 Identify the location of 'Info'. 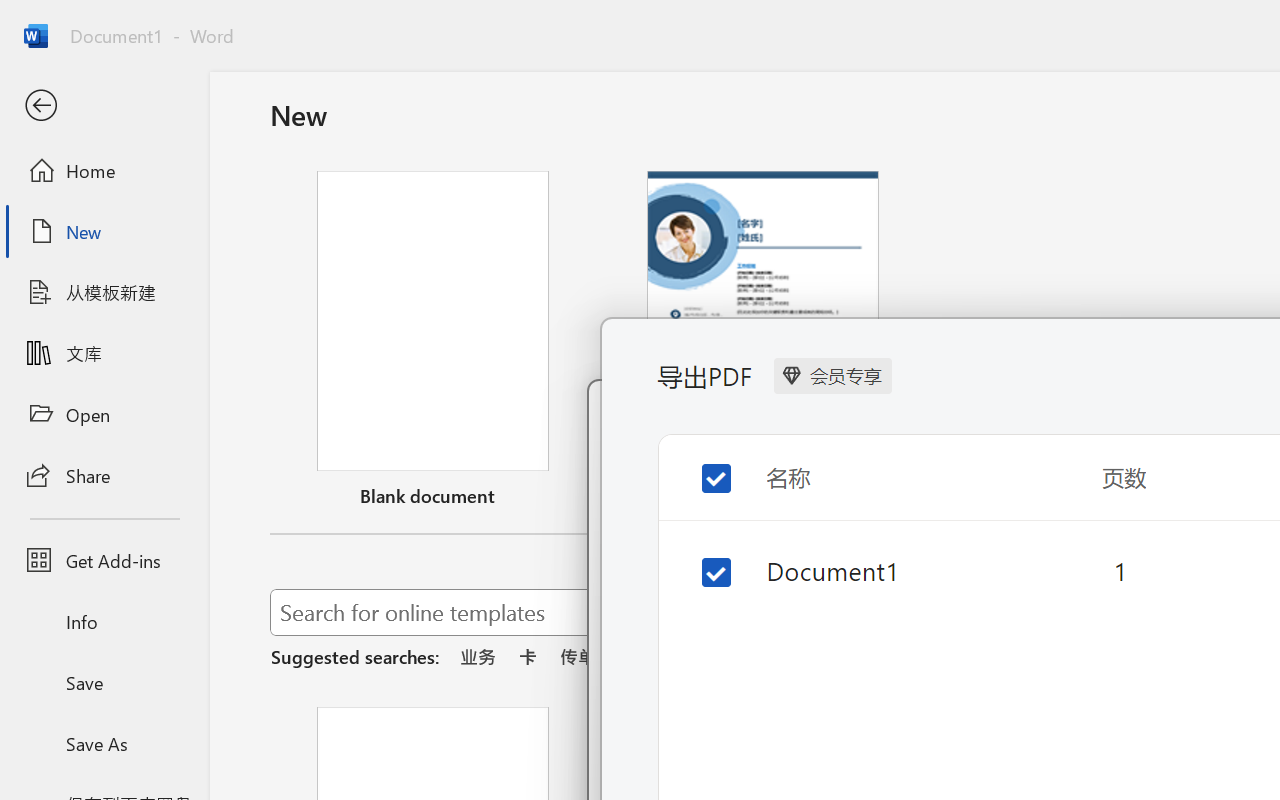
(103, 621).